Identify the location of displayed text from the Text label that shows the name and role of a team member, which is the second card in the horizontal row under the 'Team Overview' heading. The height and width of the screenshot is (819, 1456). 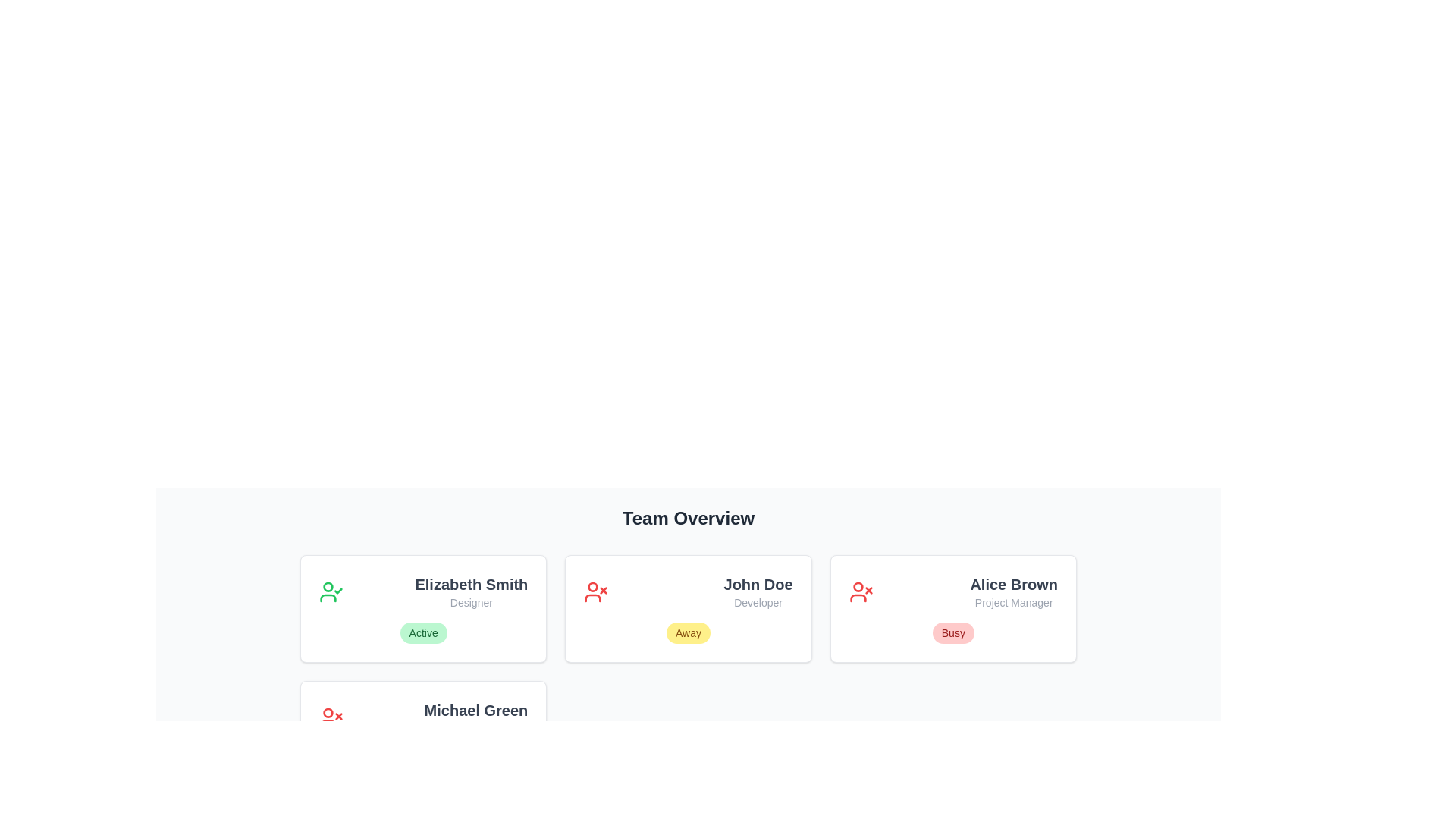
(758, 591).